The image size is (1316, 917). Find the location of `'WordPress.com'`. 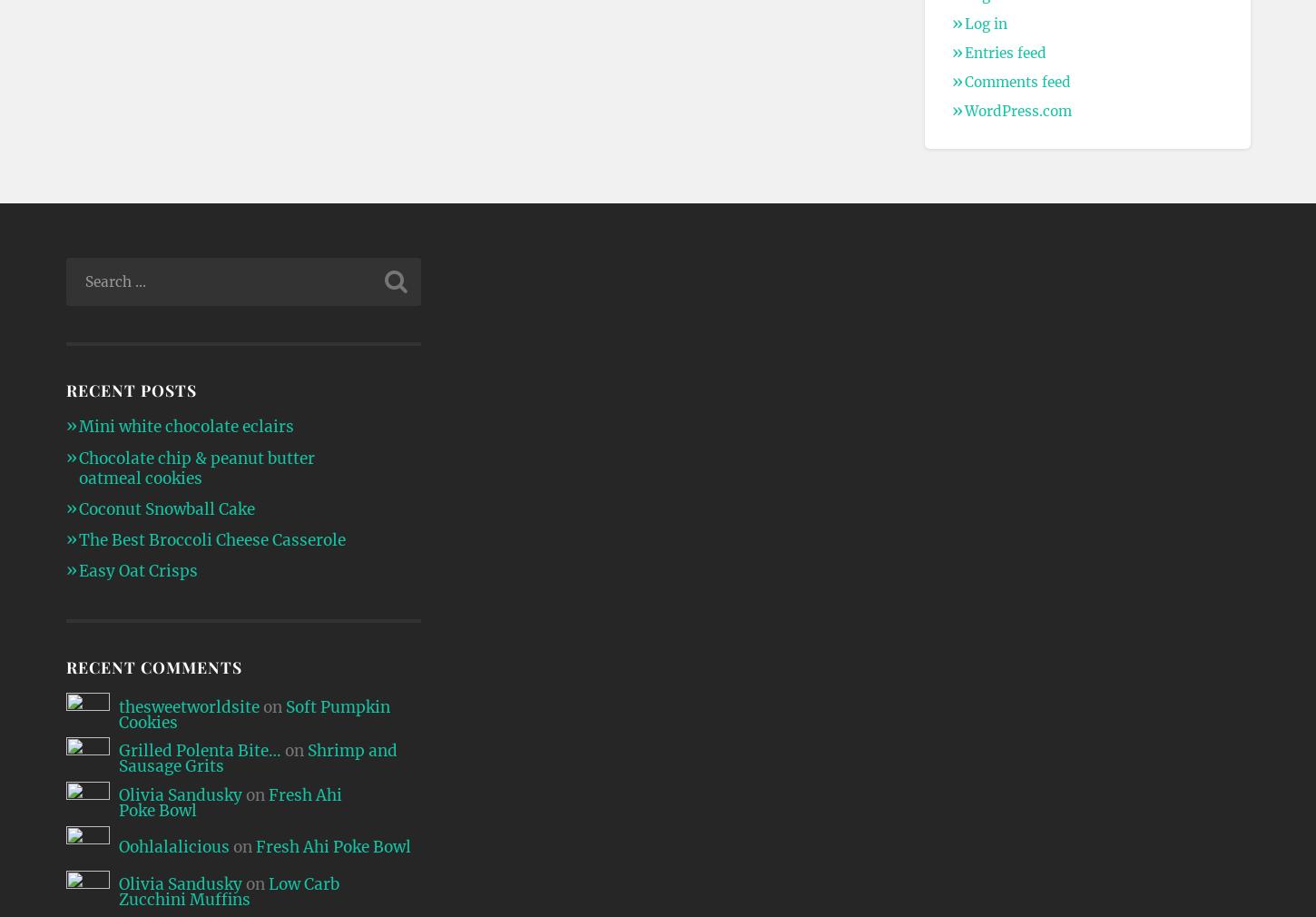

'WordPress.com' is located at coordinates (963, 109).